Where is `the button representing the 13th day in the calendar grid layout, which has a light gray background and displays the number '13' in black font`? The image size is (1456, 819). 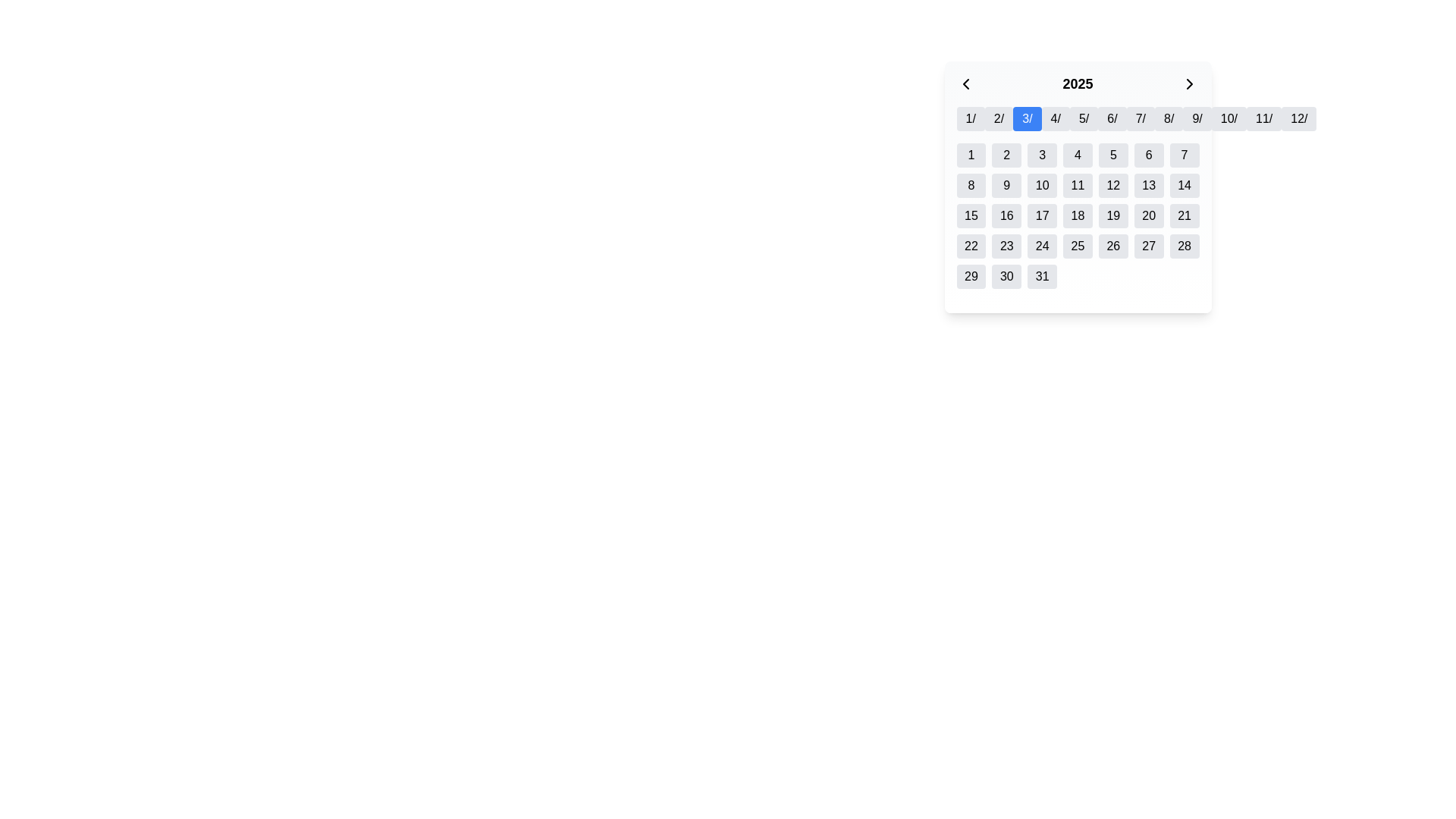 the button representing the 13th day in the calendar grid layout, which has a light gray background and displays the number '13' in black font is located at coordinates (1149, 185).